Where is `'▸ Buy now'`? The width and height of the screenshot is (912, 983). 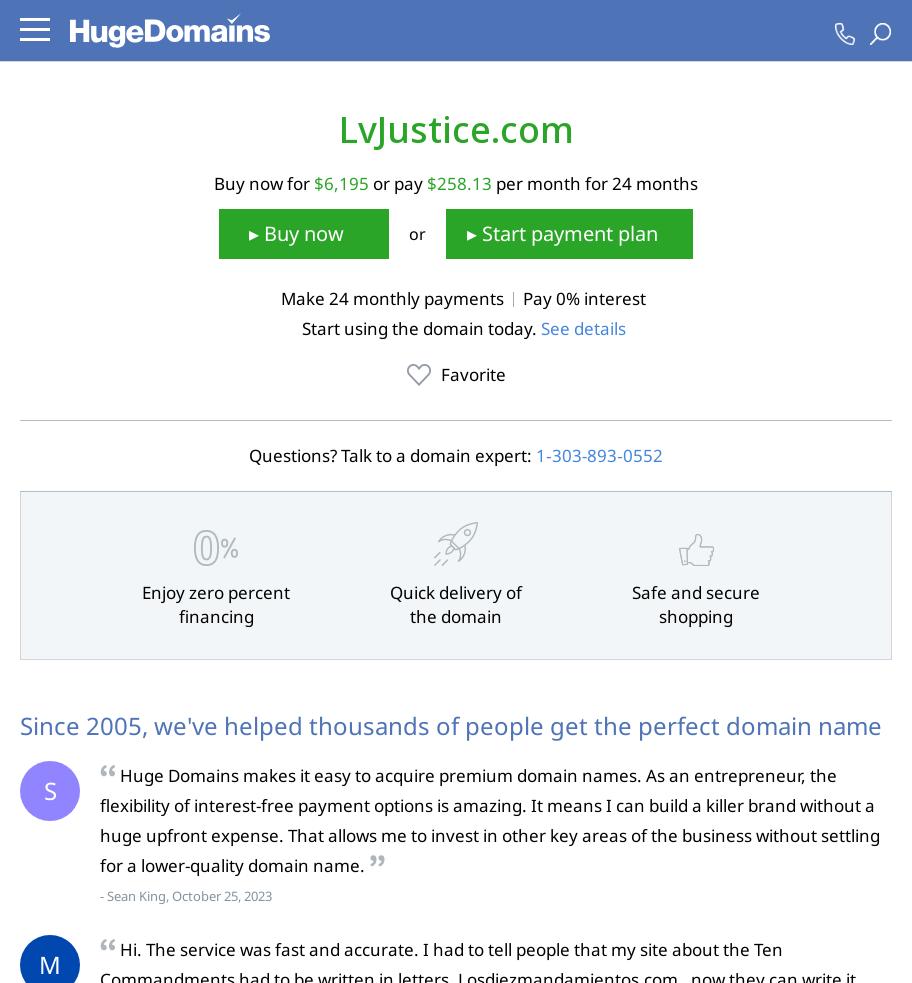 '▸ Buy now' is located at coordinates (295, 232).